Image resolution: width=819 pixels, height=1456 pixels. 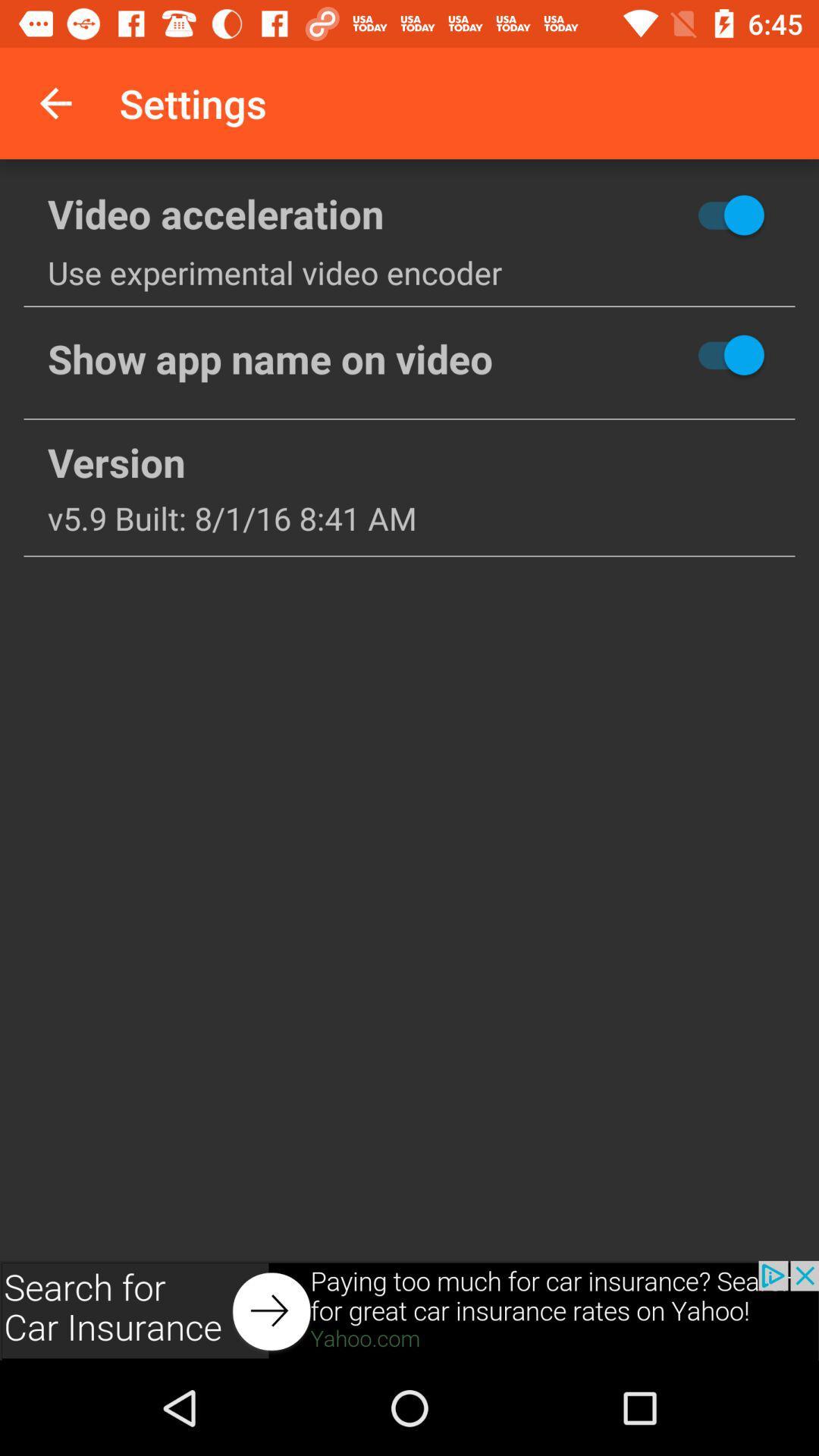 What do you see at coordinates (409, 1310) in the screenshot?
I see `advertisement` at bounding box center [409, 1310].